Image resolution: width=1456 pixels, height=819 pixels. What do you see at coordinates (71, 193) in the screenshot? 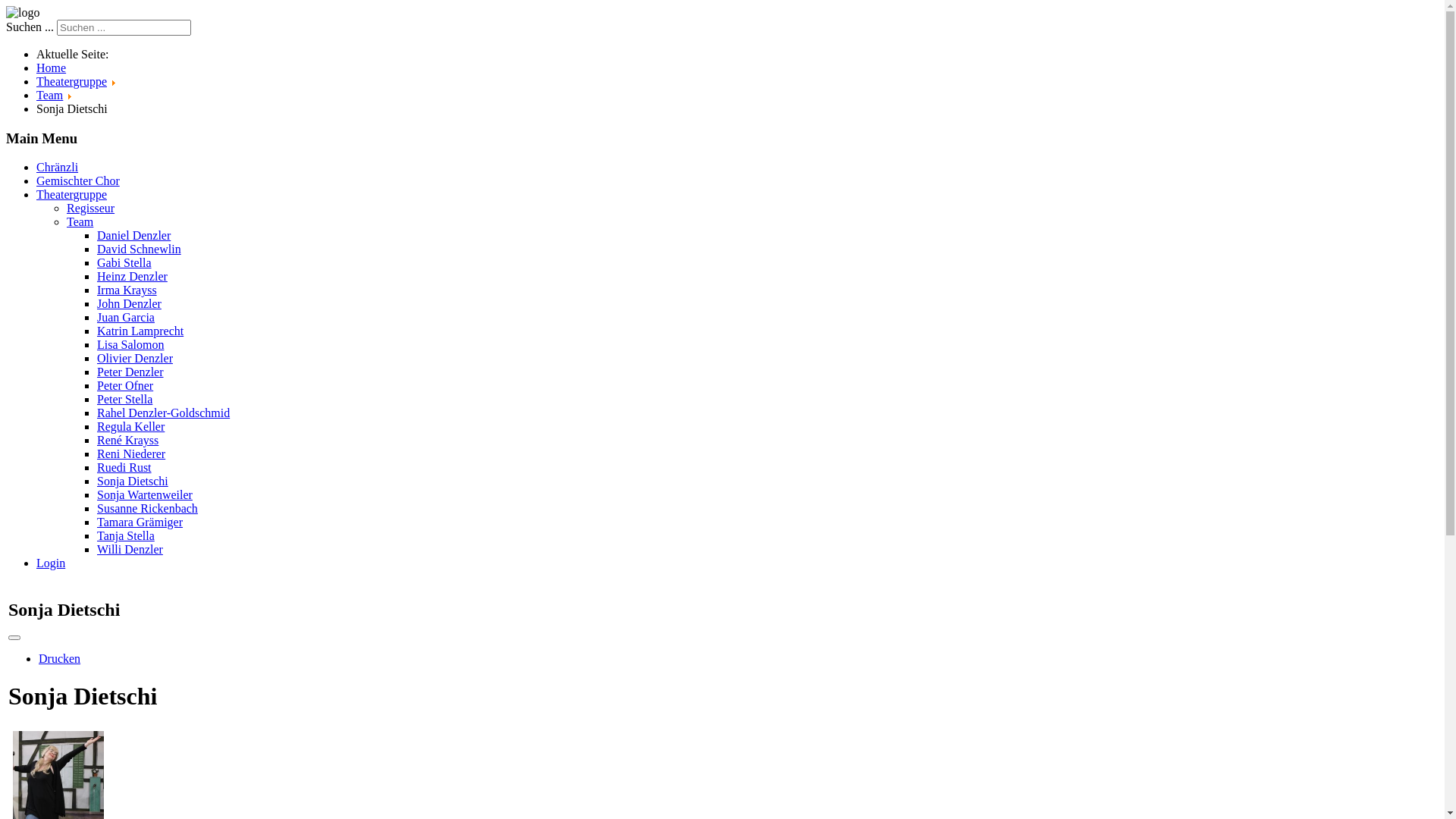
I see `'Theatergruppe'` at bounding box center [71, 193].